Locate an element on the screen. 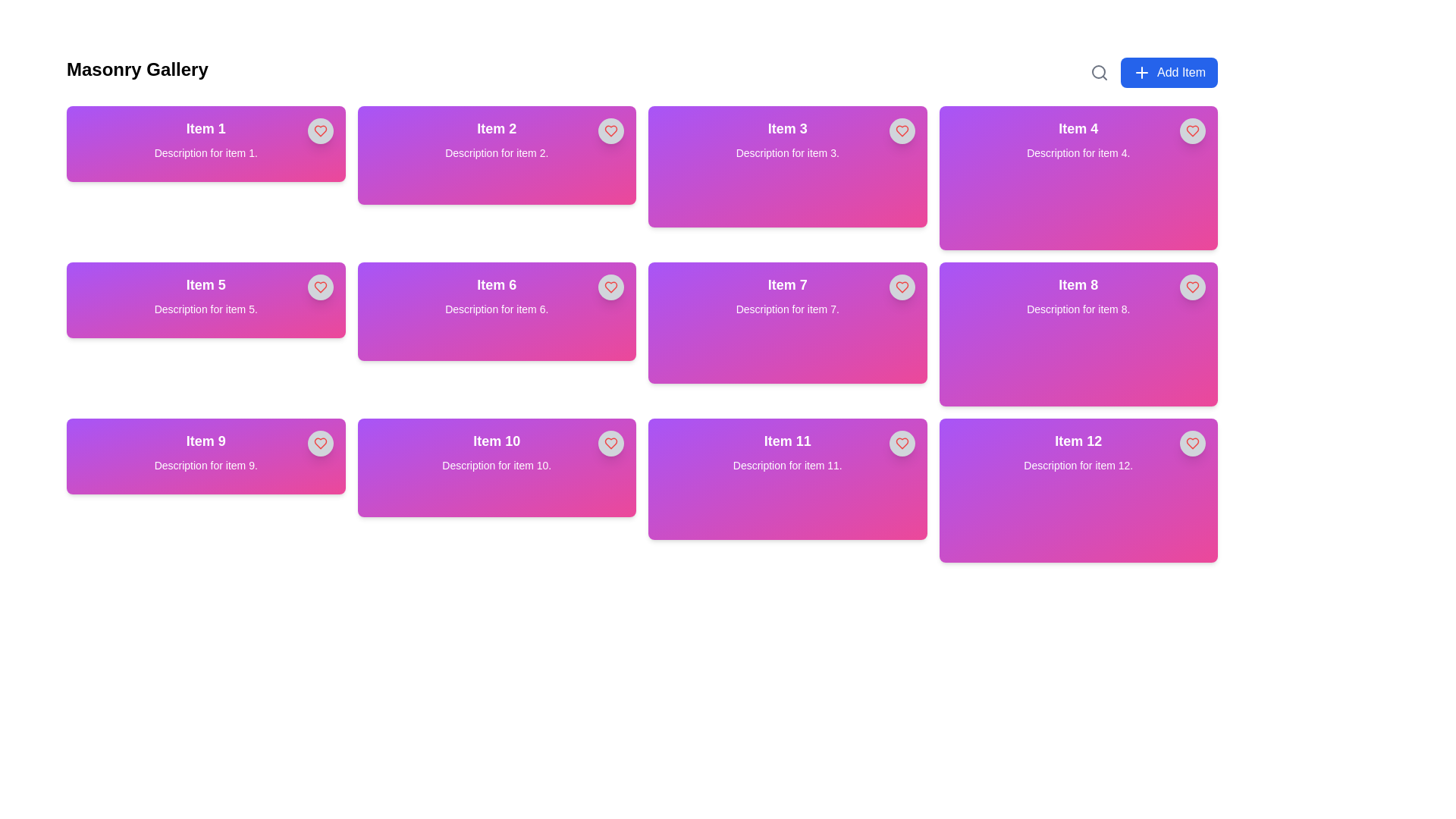  the heart-shaped icon button in the top-right corner of the 'Item 2' card is located at coordinates (611, 130).